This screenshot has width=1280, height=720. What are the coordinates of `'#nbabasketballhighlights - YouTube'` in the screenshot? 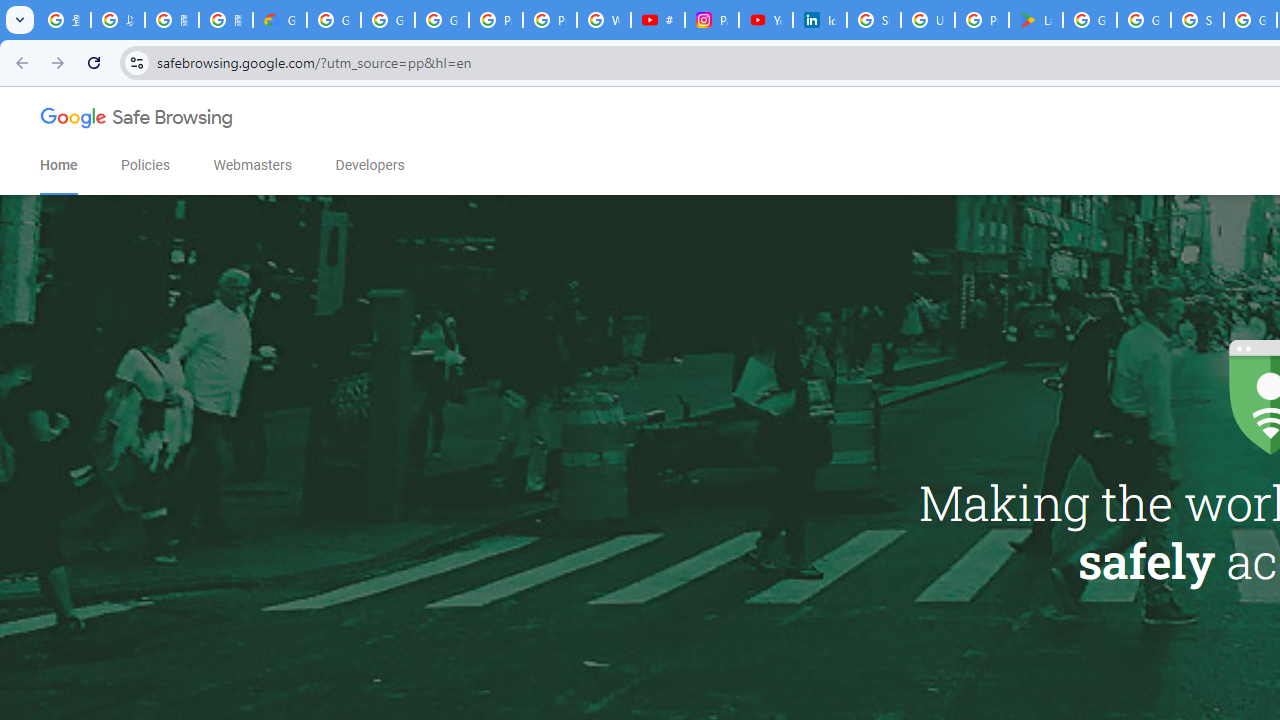 It's located at (657, 20).